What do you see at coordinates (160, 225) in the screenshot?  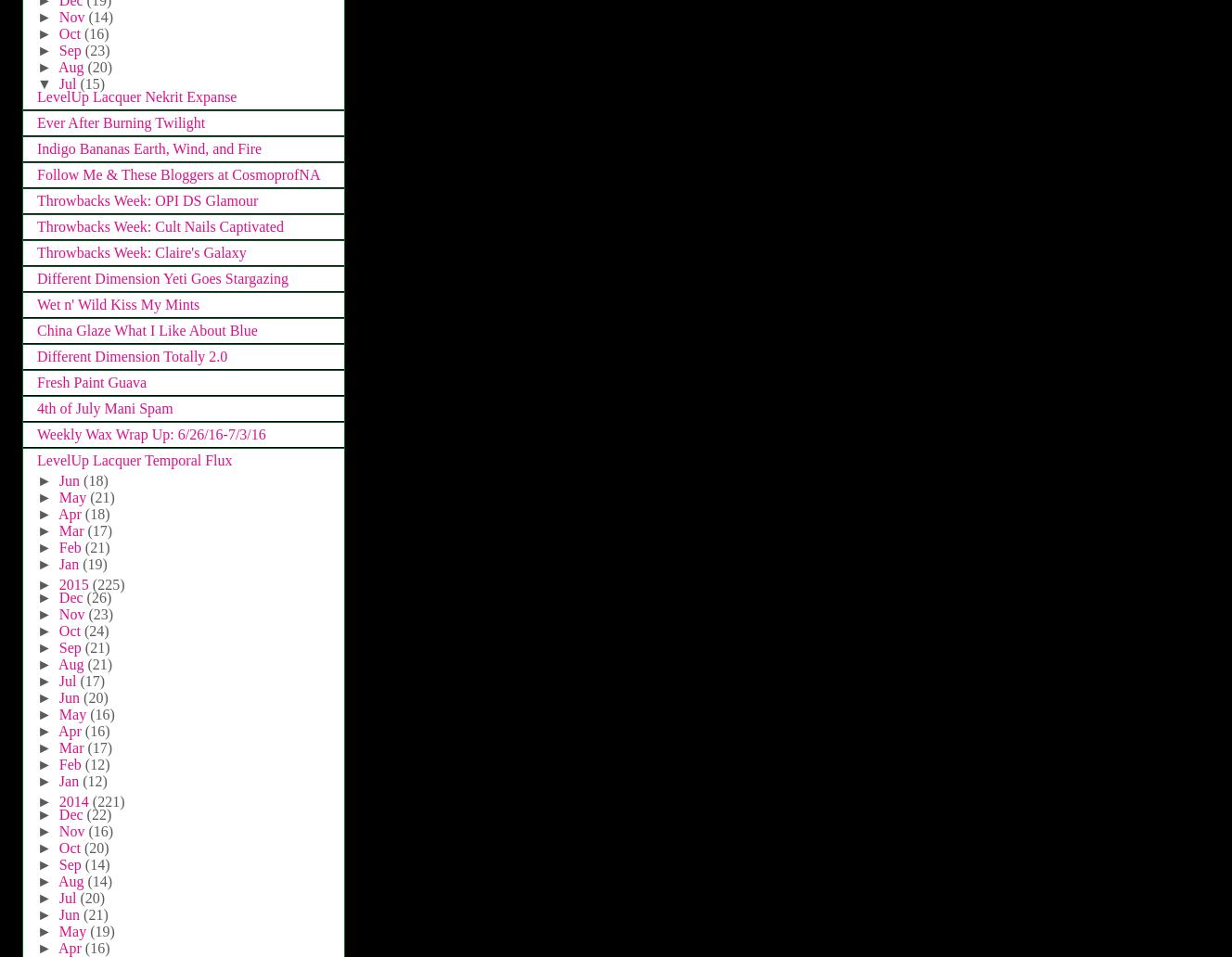 I see `'Throwbacks Week: Cult Nails Captivated'` at bounding box center [160, 225].